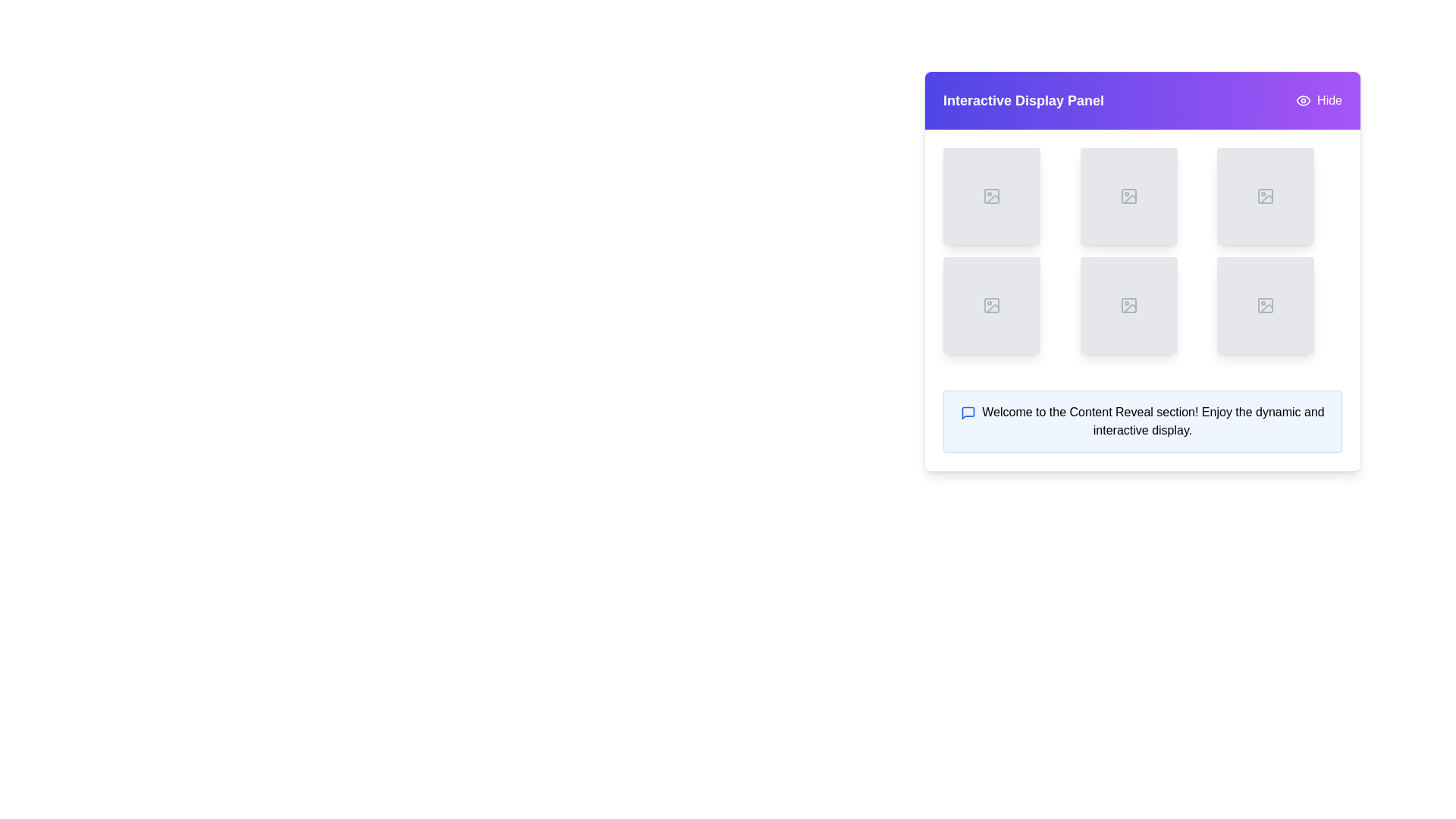 This screenshot has width=1456, height=819. I want to click on the eye-shaped icon located in the top-right corner of the interface, just, so click(1302, 100).